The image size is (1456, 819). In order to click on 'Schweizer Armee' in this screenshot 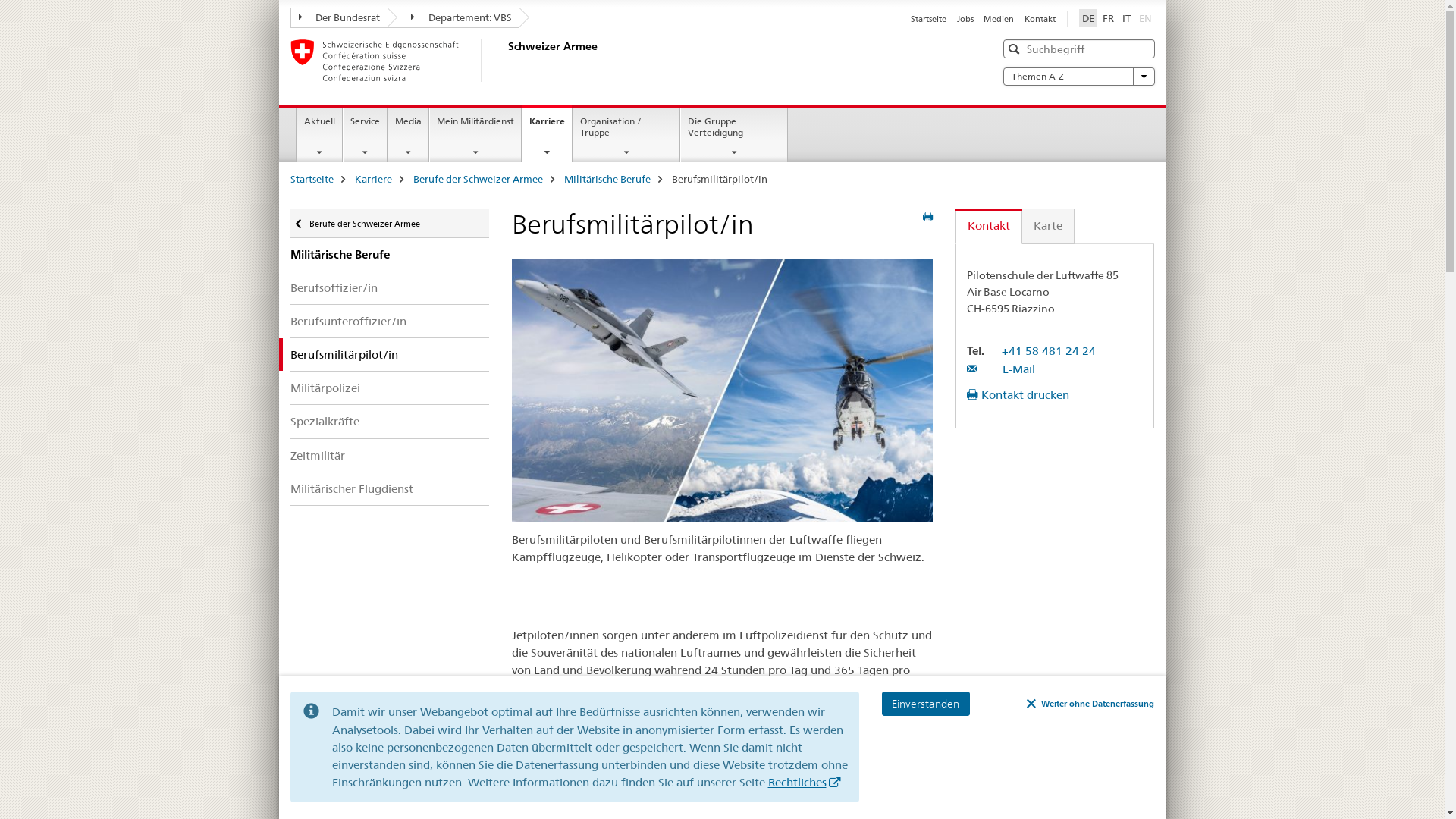, I will do `click(506, 60)`.